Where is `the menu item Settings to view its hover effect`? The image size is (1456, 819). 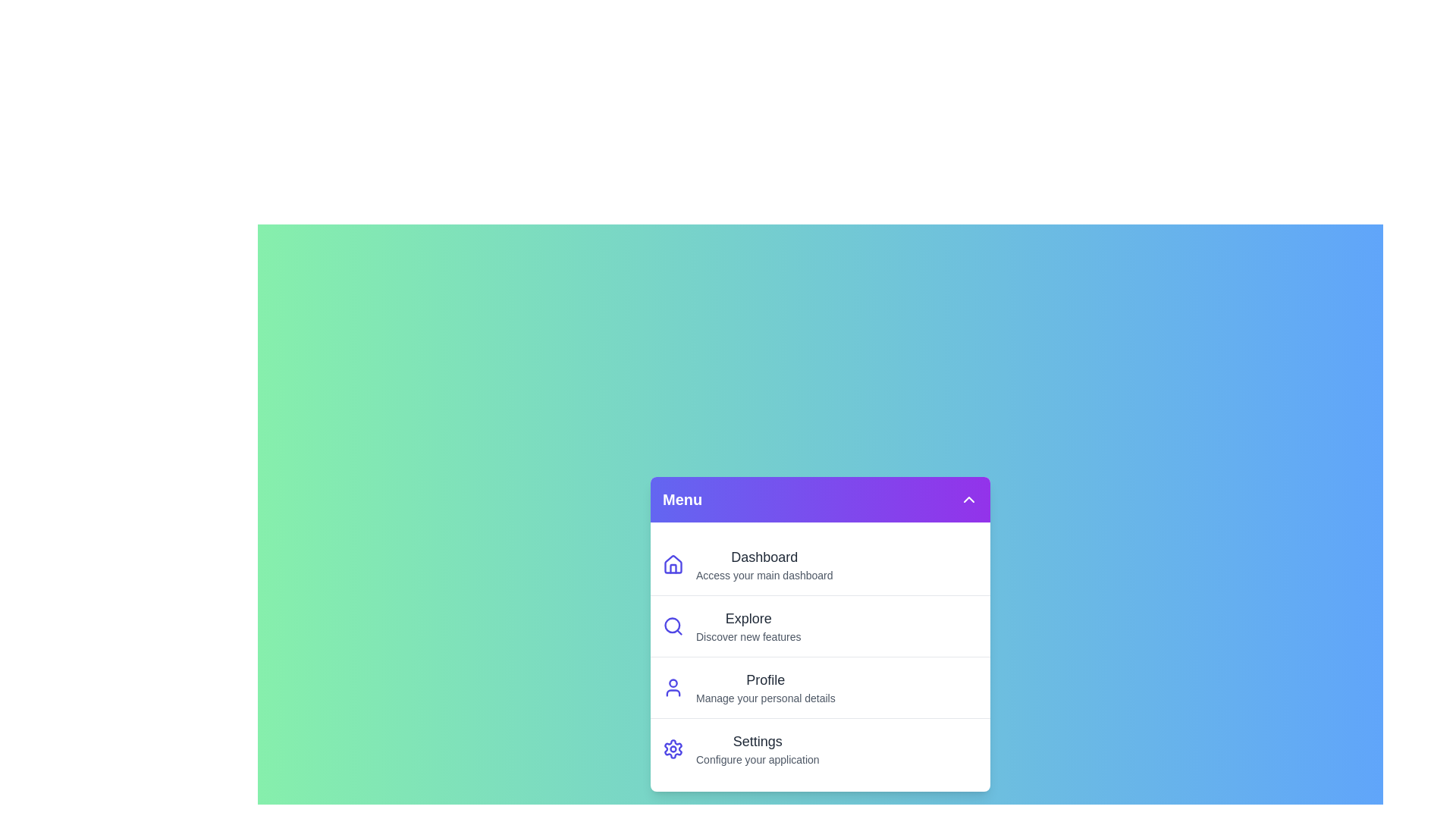
the menu item Settings to view its hover effect is located at coordinates (819, 748).